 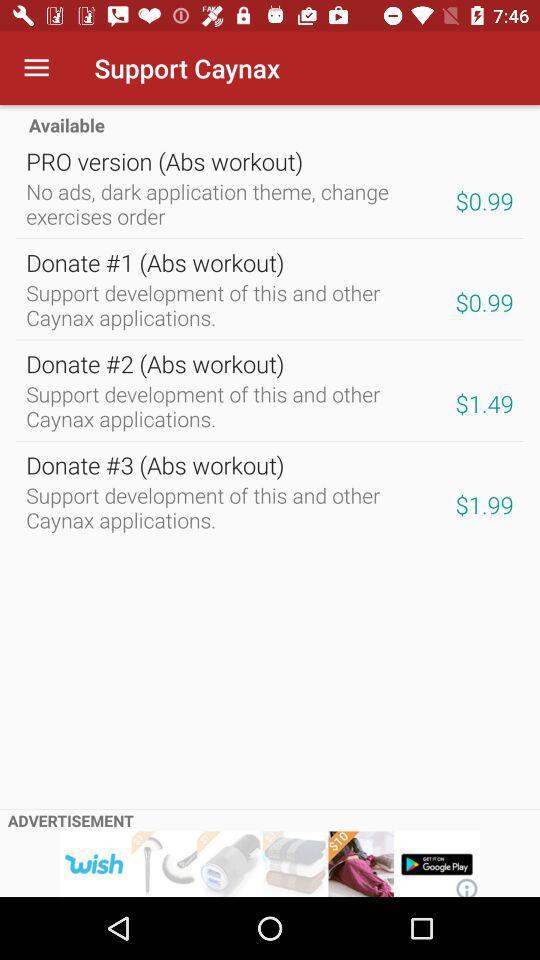 What do you see at coordinates (270, 863) in the screenshot?
I see `advertisement` at bounding box center [270, 863].